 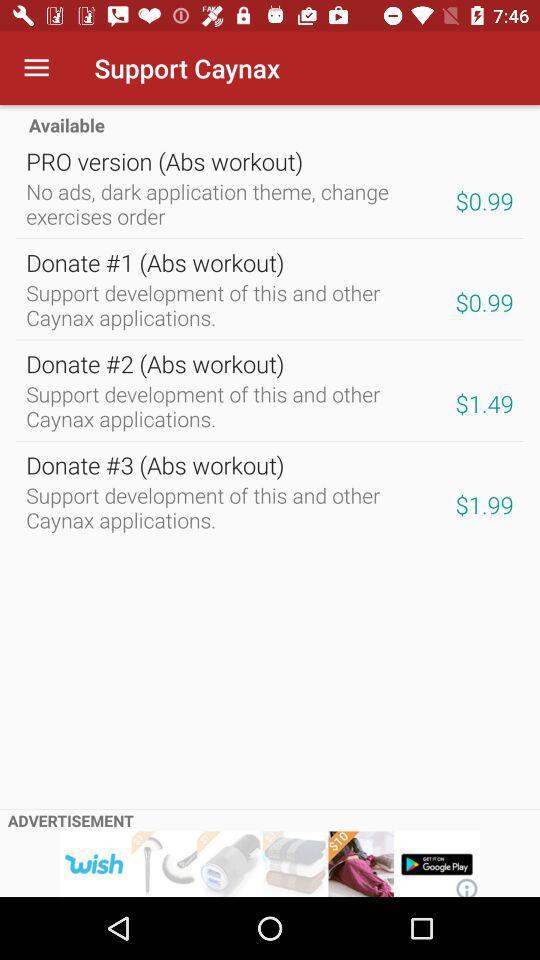 What do you see at coordinates (270, 863) in the screenshot?
I see `advertisement` at bounding box center [270, 863].